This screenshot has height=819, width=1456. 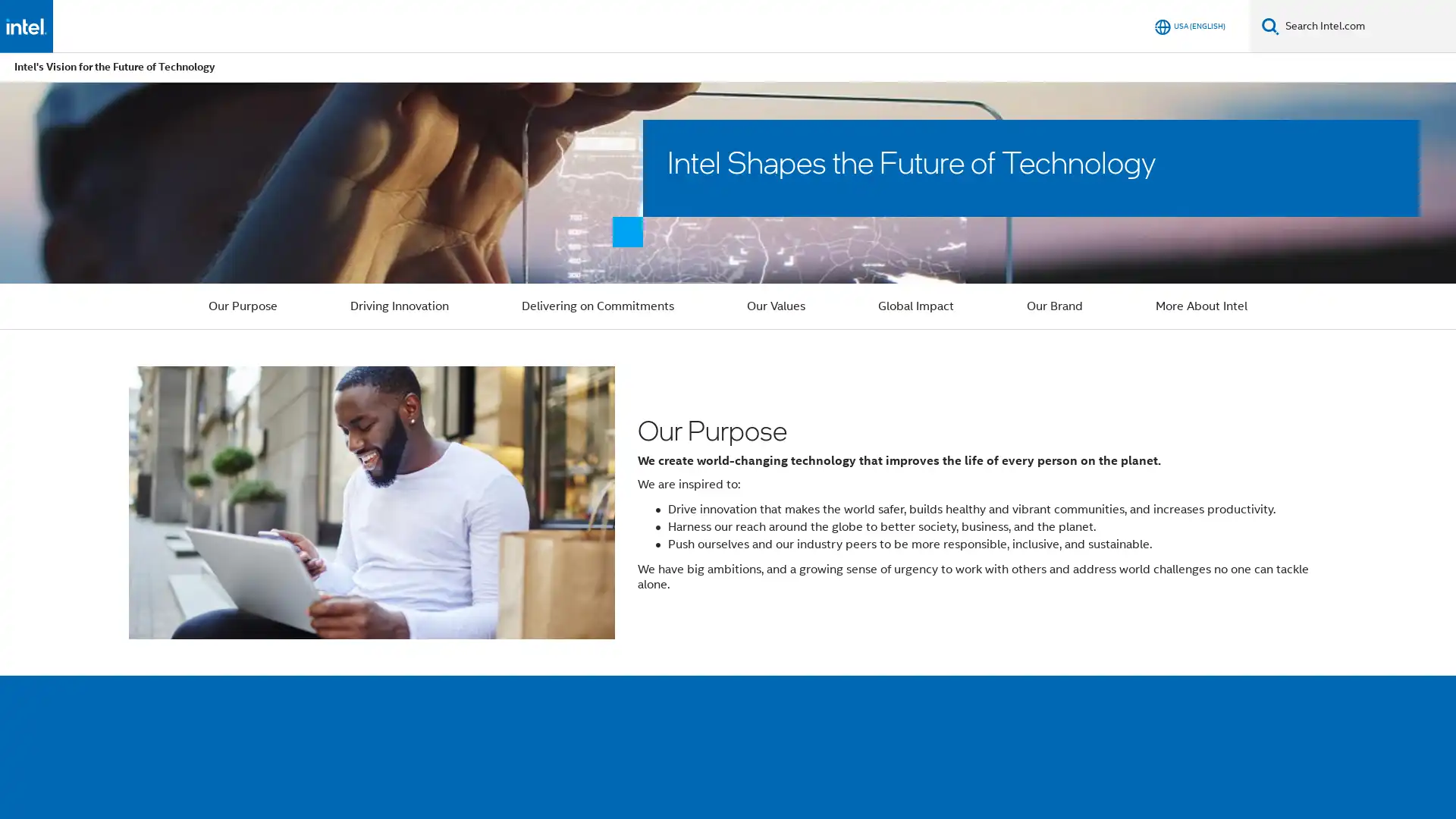 What do you see at coordinates (1128, 26) in the screenshot?
I see `Sign In` at bounding box center [1128, 26].